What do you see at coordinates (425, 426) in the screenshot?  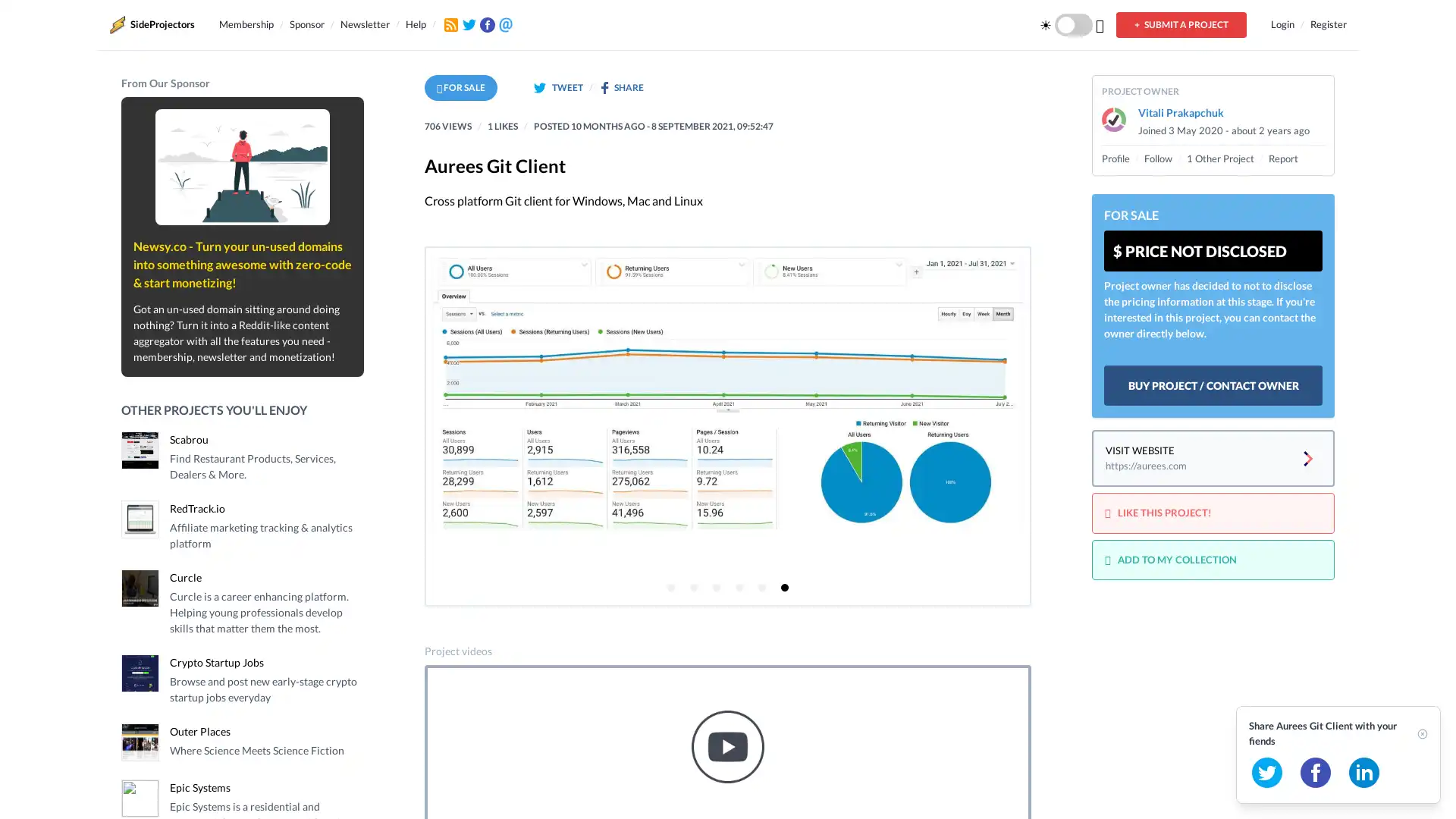 I see `Previous page` at bounding box center [425, 426].